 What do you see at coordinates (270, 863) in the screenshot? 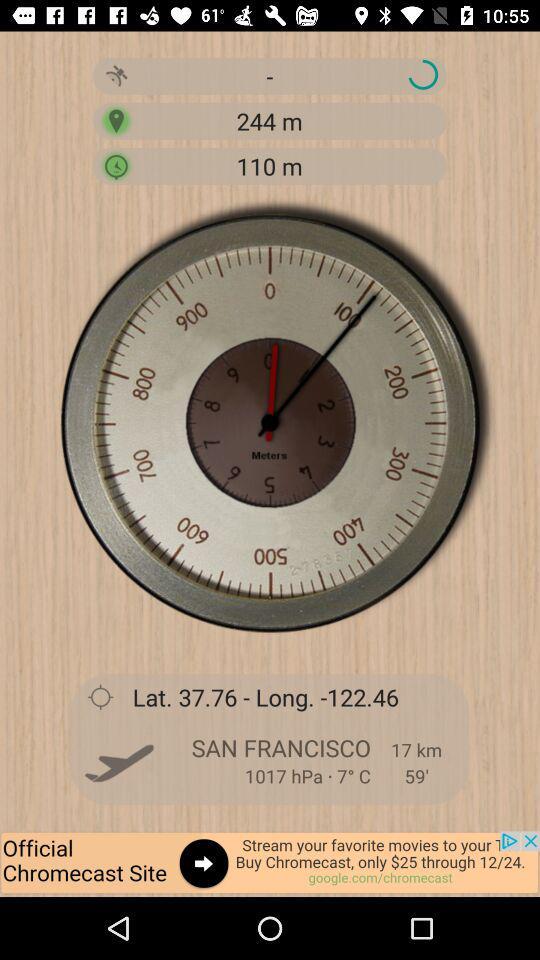
I see `click on the advertisement` at bounding box center [270, 863].